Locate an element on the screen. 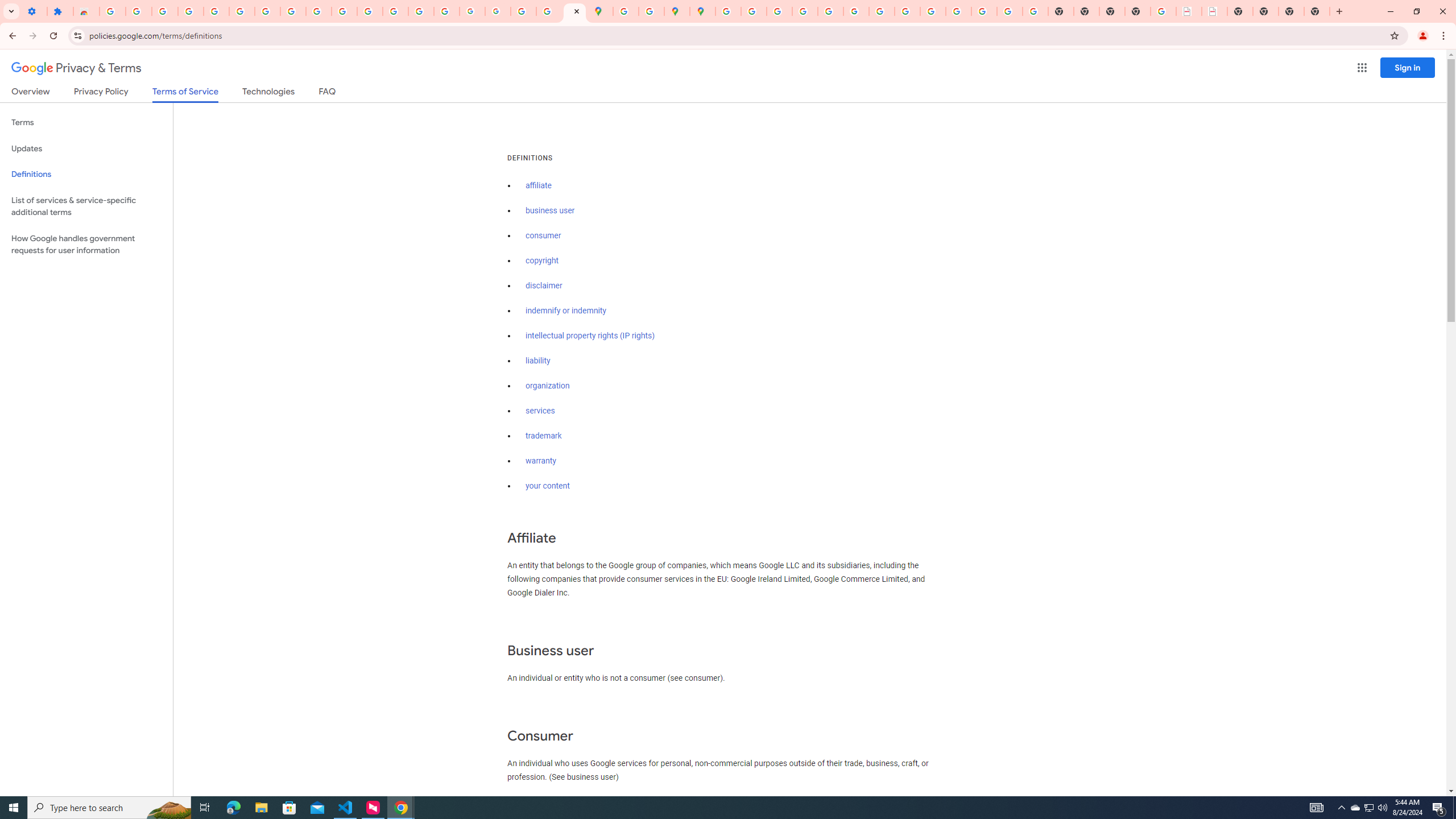 The width and height of the screenshot is (1456, 819). 'consumer' is located at coordinates (543, 235).